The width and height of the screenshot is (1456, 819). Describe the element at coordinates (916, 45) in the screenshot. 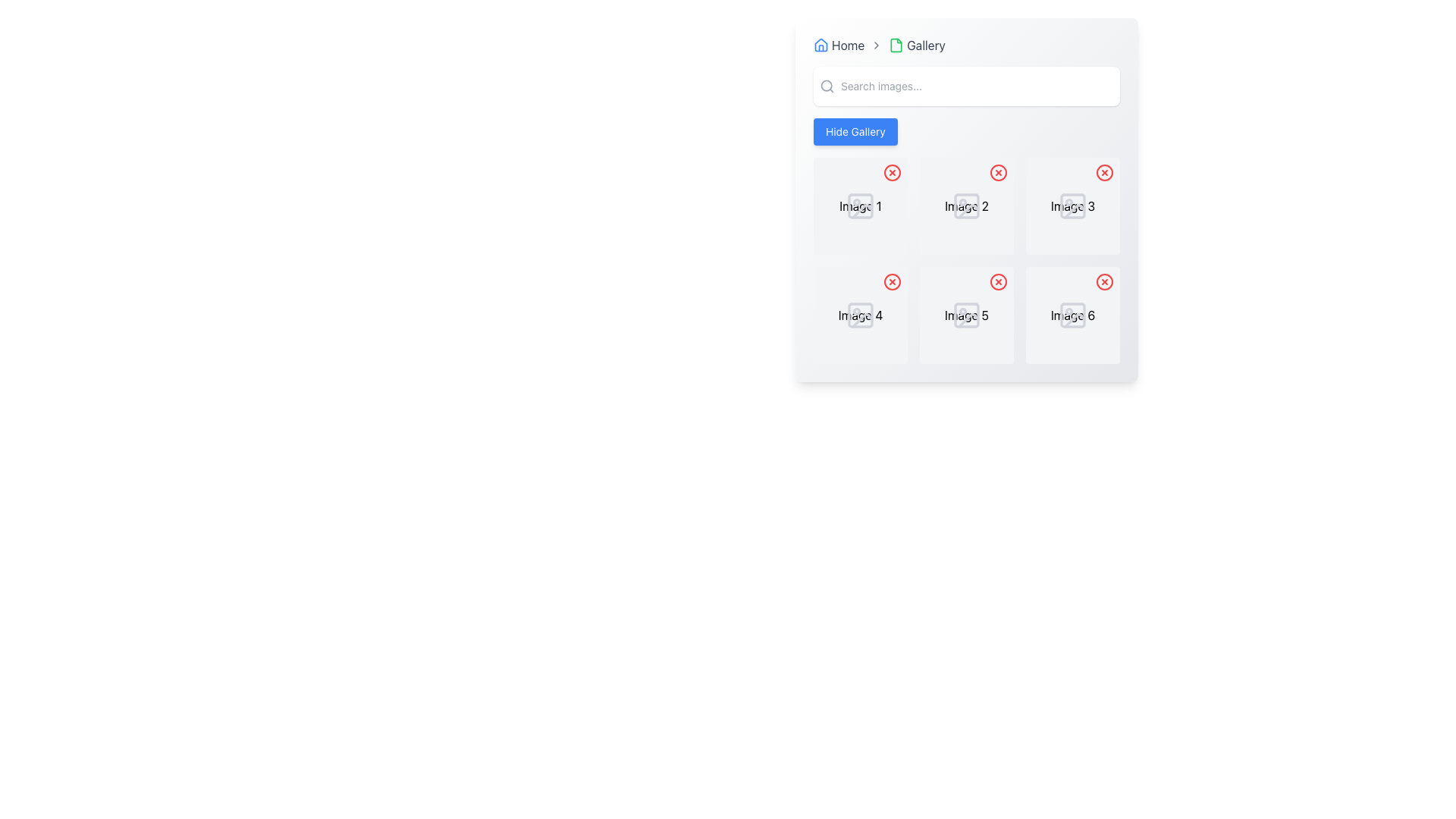

I see `the 'Gallery' navigation link, which consists of a document icon with a green border and the text label 'Gallery' in black, located in the top navigation bar as the second item after 'Home'` at that location.